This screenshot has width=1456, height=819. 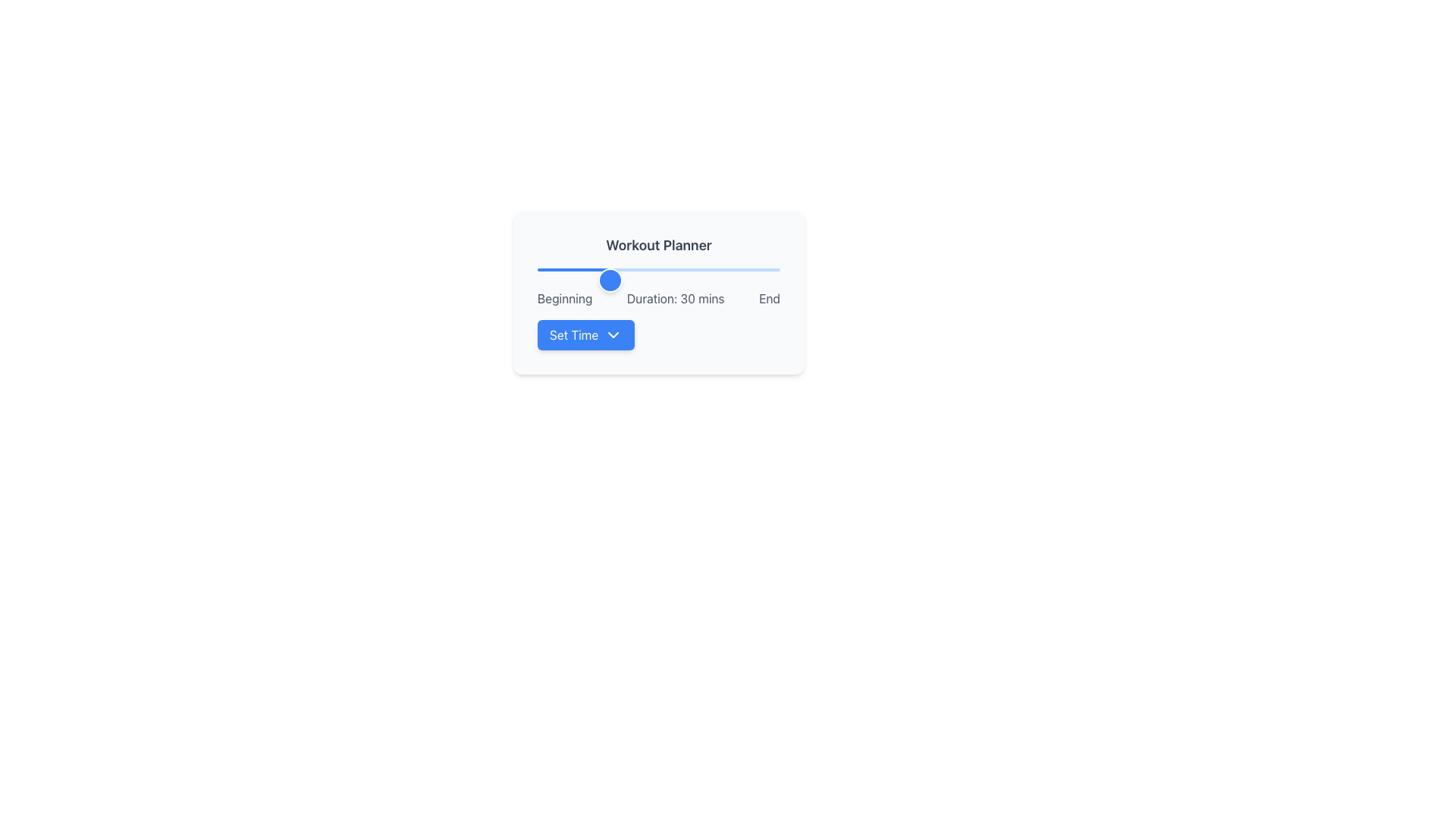 What do you see at coordinates (704, 268) in the screenshot?
I see `the slider` at bounding box center [704, 268].